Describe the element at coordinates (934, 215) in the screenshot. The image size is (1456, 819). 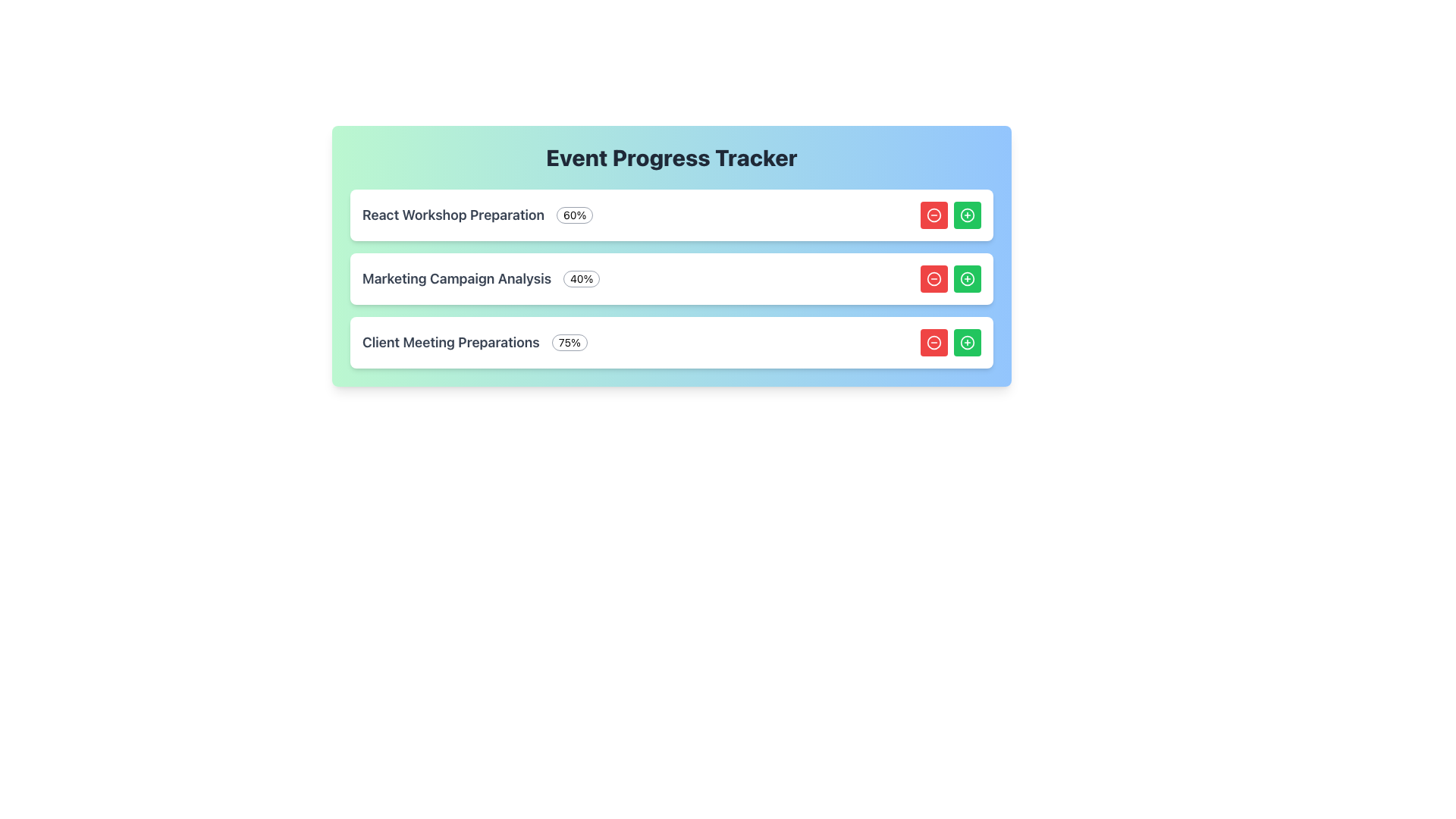
I see `the red 'remove' icon located on the far right side of the 'React Workshop Preparation' row to potentially reveal a tooltip` at that location.